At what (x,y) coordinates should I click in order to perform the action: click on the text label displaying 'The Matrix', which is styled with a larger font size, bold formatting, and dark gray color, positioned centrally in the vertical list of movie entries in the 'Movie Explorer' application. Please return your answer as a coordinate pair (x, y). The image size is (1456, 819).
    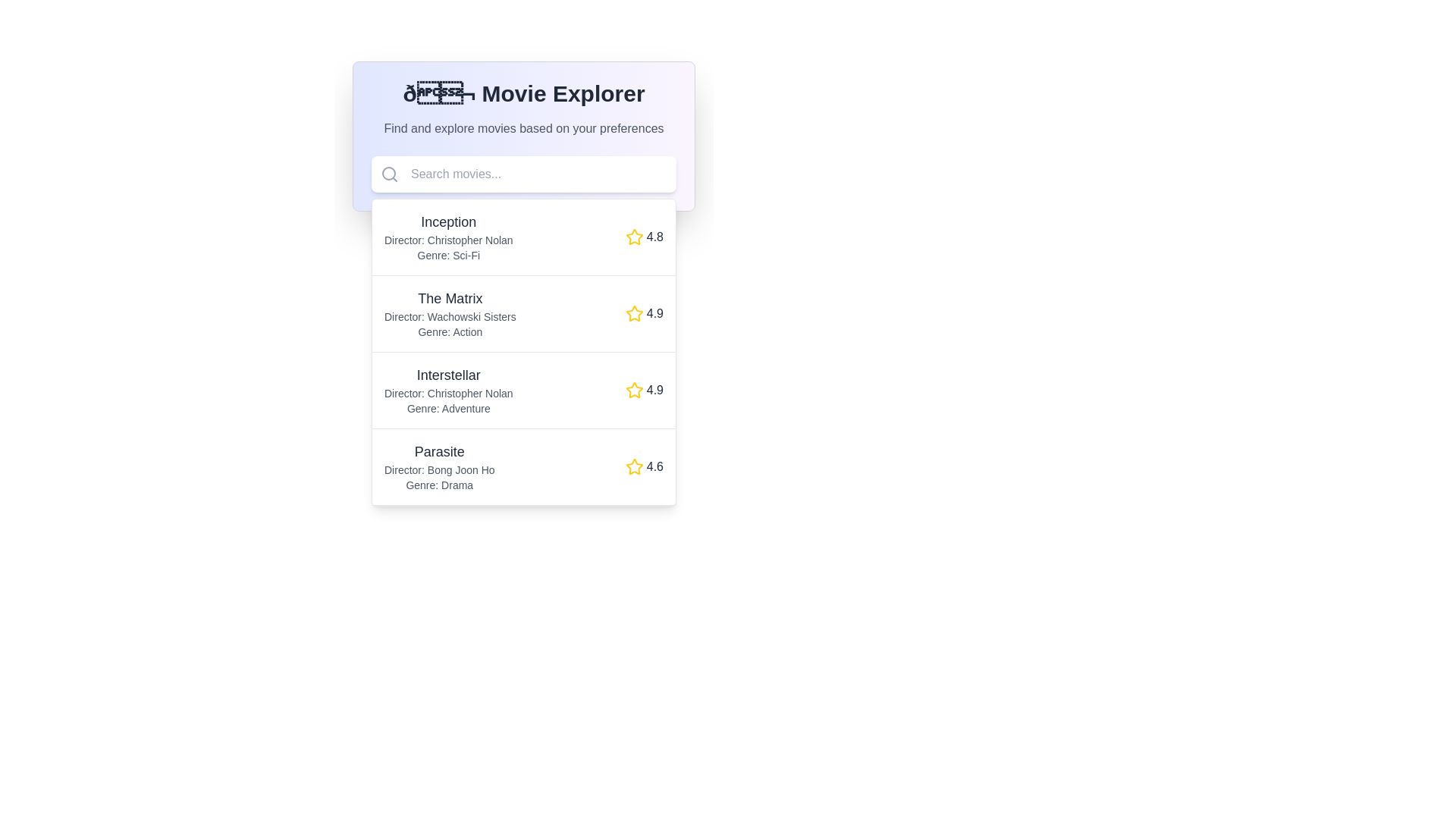
    Looking at the image, I should click on (449, 298).